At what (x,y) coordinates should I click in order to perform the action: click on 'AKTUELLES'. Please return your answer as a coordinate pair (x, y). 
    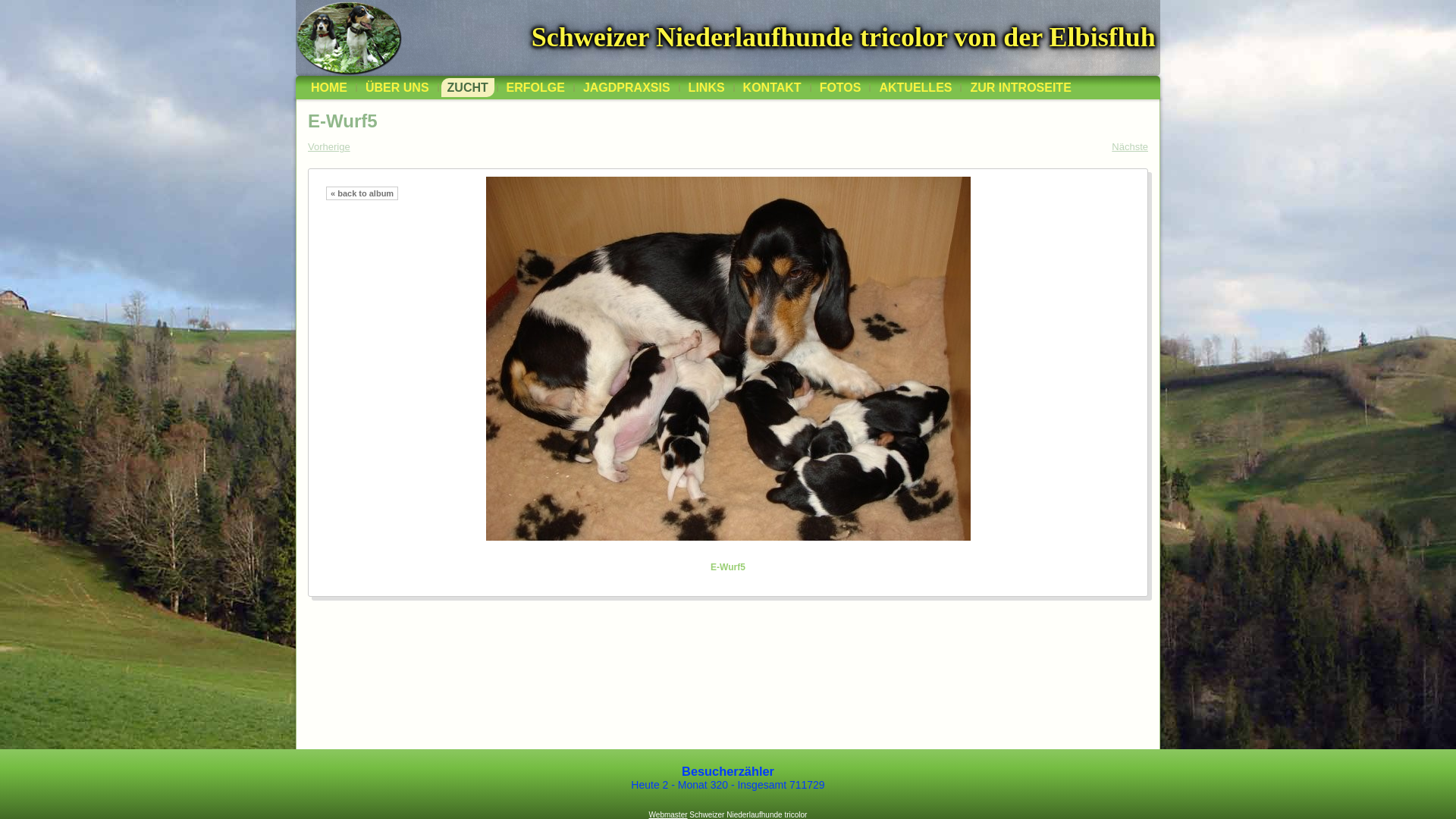
    Looking at the image, I should click on (914, 87).